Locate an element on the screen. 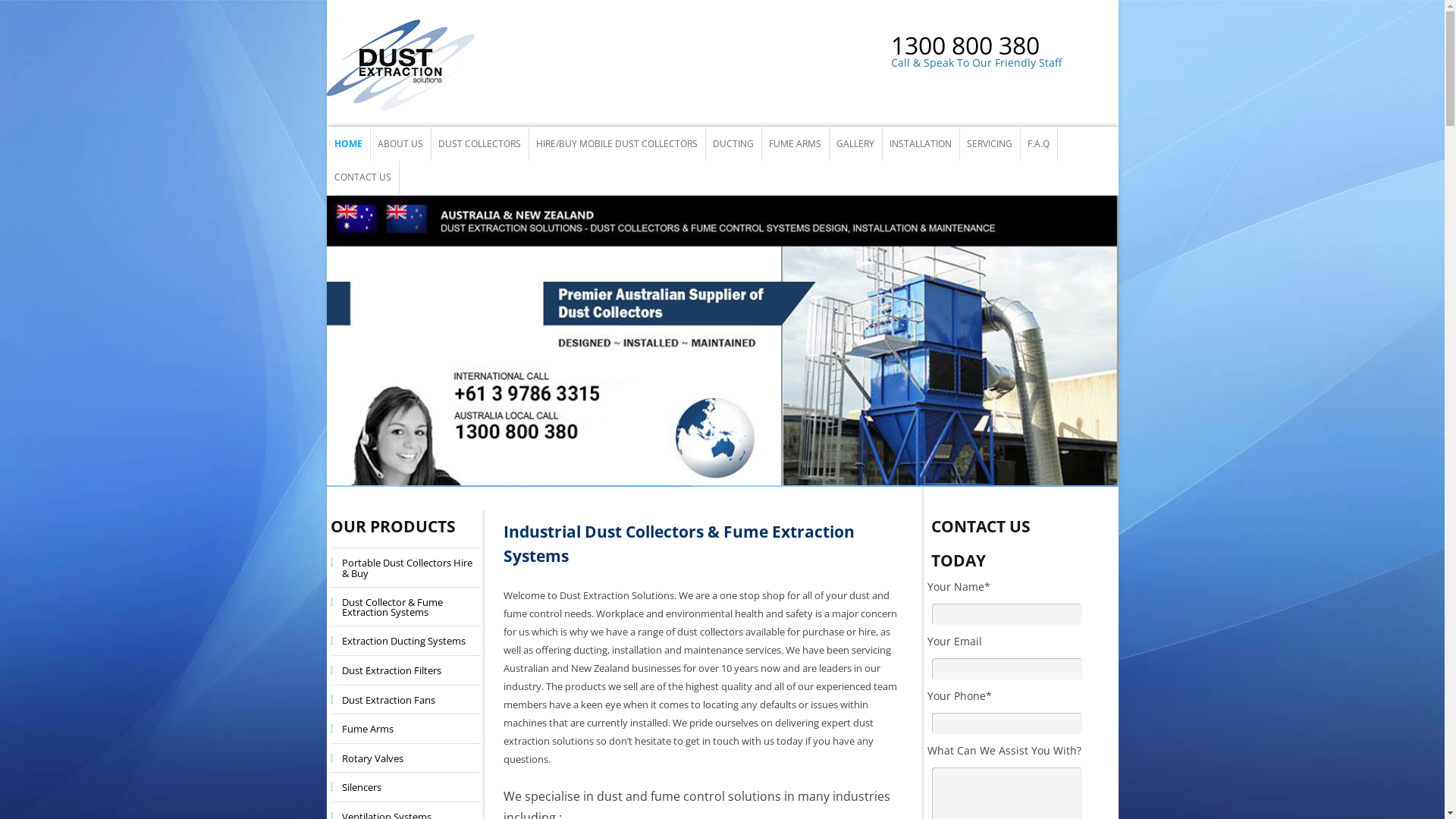 This screenshot has height=819, width=1456. 'HOME' is located at coordinates (347, 143).